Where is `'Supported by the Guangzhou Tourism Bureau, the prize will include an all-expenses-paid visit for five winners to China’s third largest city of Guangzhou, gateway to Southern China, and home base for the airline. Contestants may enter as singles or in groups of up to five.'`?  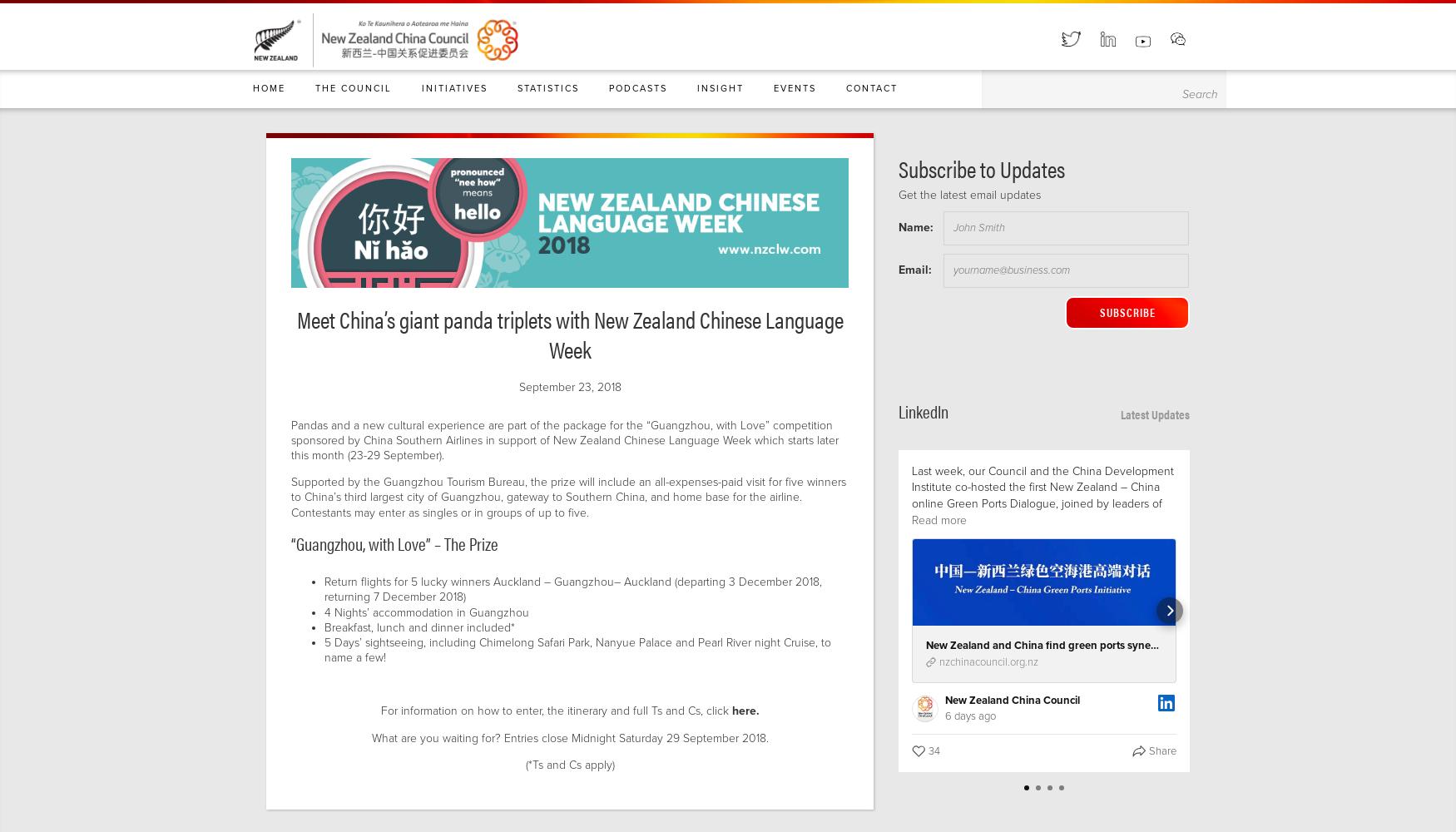
'Supported by the Guangzhou Tourism Bureau, the prize will include an all-expenses-paid visit for five winners to China’s third largest city of Guangzhou, gateway to Southern China, and home base for the airline. Contestants may enter as singles or in groups of up to five.' is located at coordinates (567, 496).